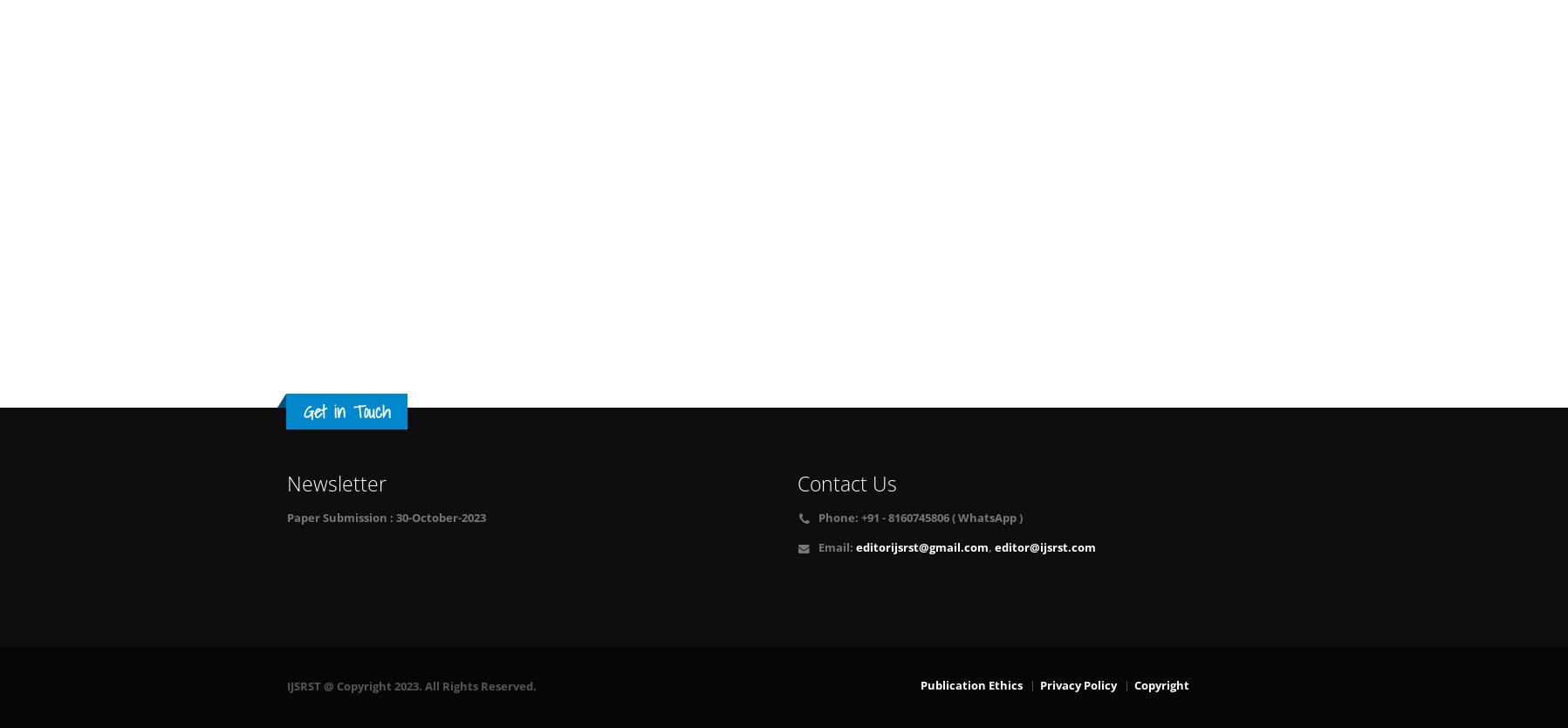 This screenshot has height=728, width=1568. I want to click on '+91 - 8160745806 ( WhatsApp )', so click(939, 518).